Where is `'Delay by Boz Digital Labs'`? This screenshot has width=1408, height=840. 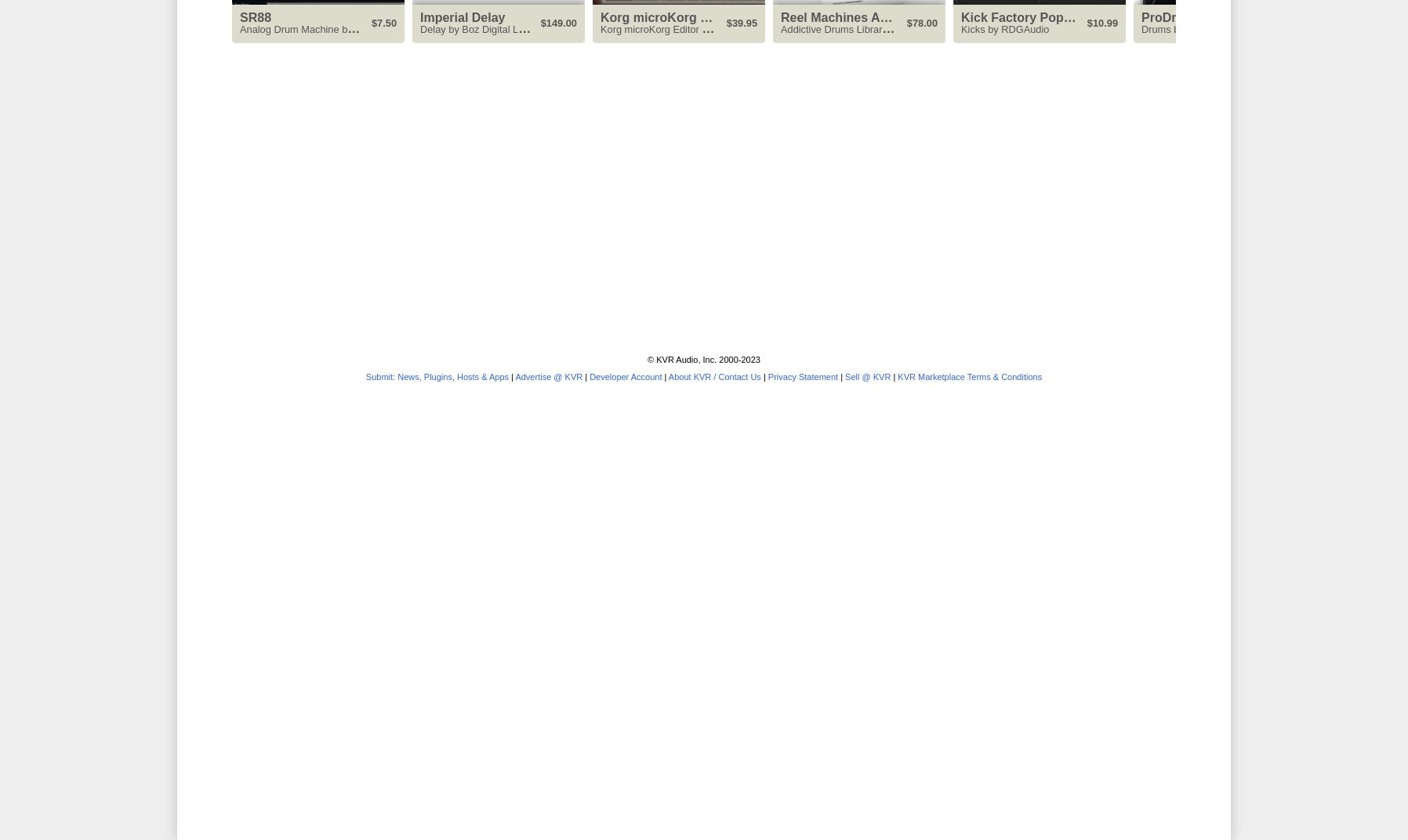
'Delay by Boz Digital Labs' is located at coordinates (476, 27).